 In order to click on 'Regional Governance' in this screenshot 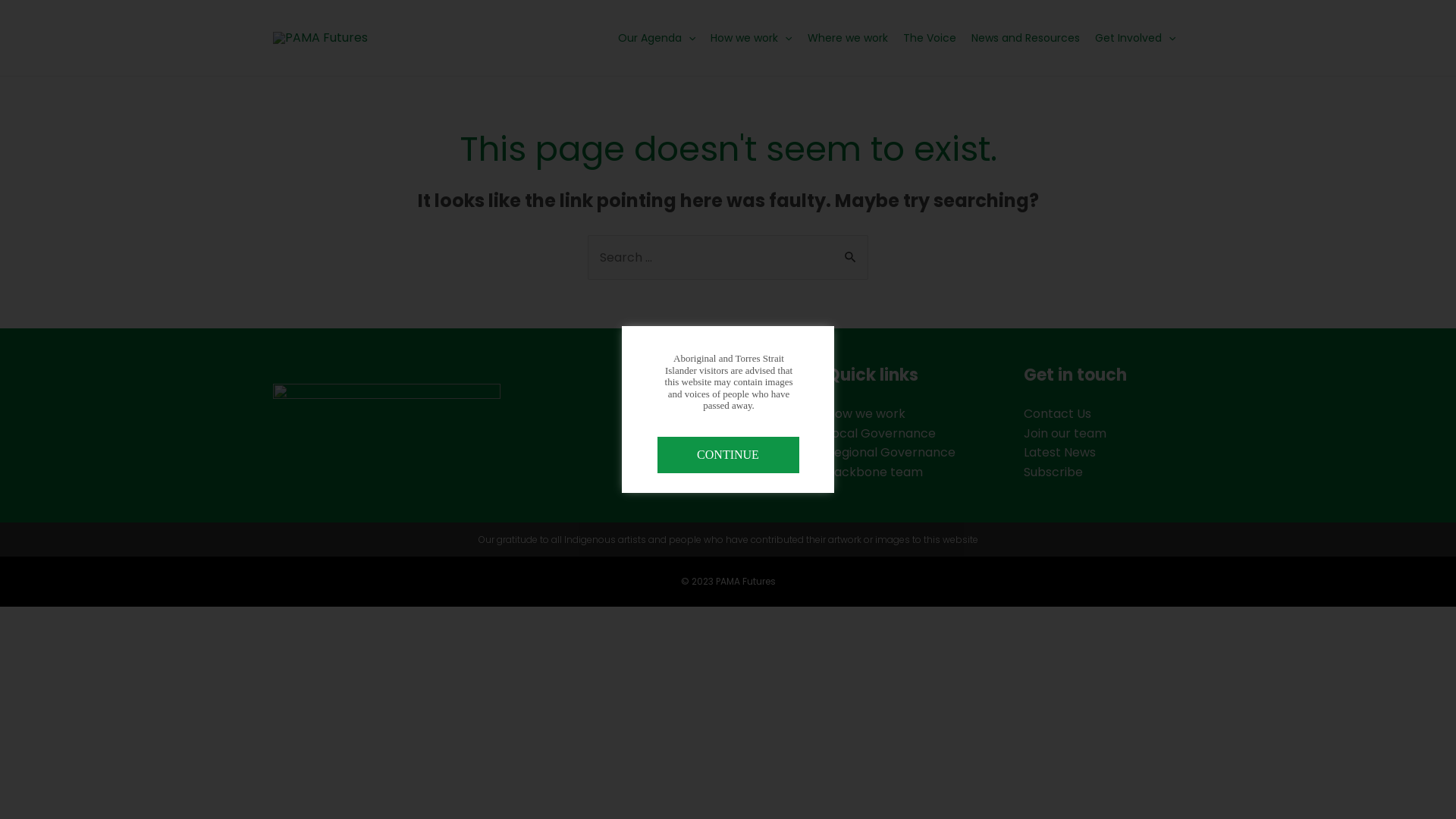, I will do `click(891, 451)`.